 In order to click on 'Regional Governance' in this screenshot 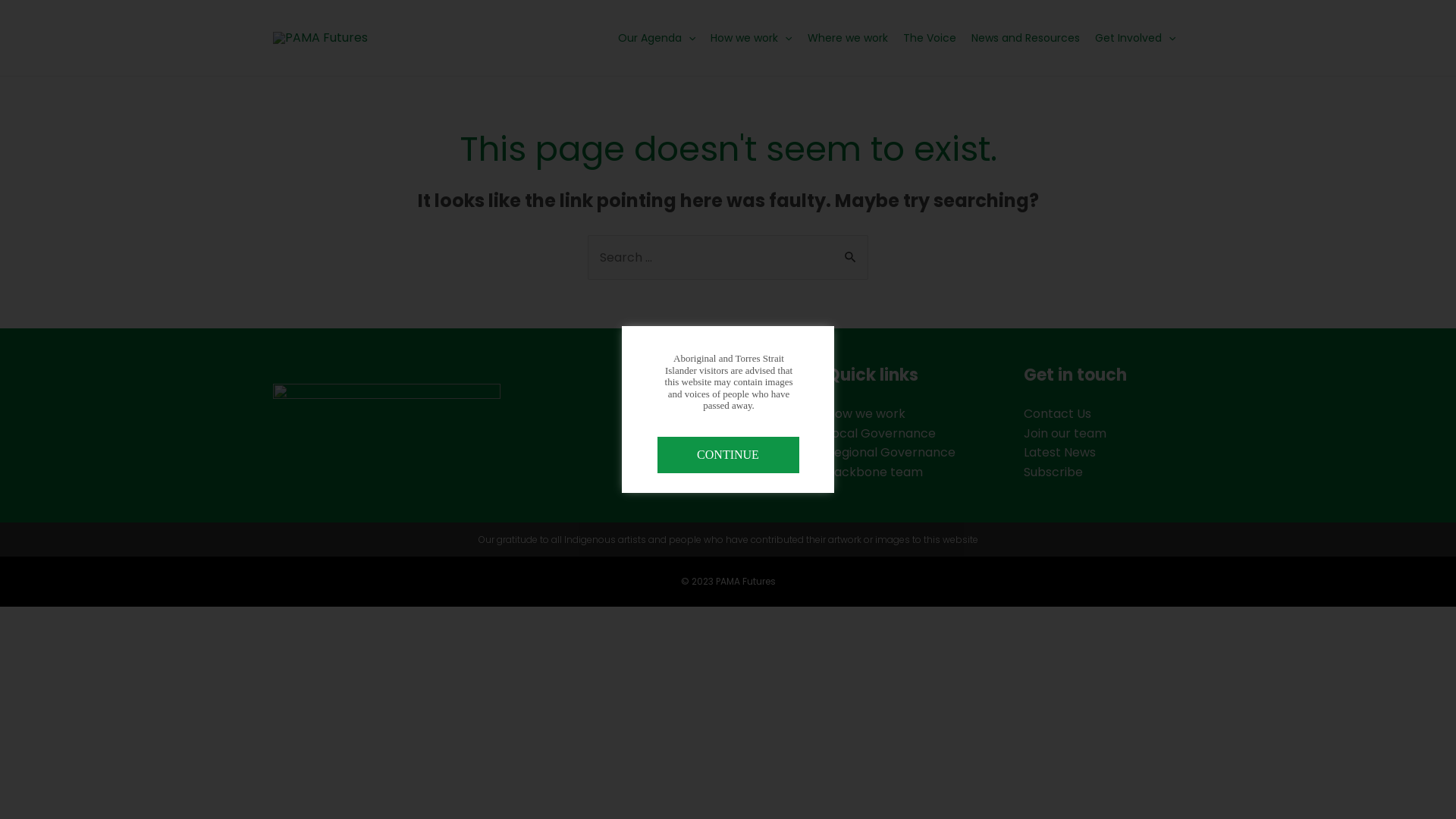, I will do `click(891, 451)`.